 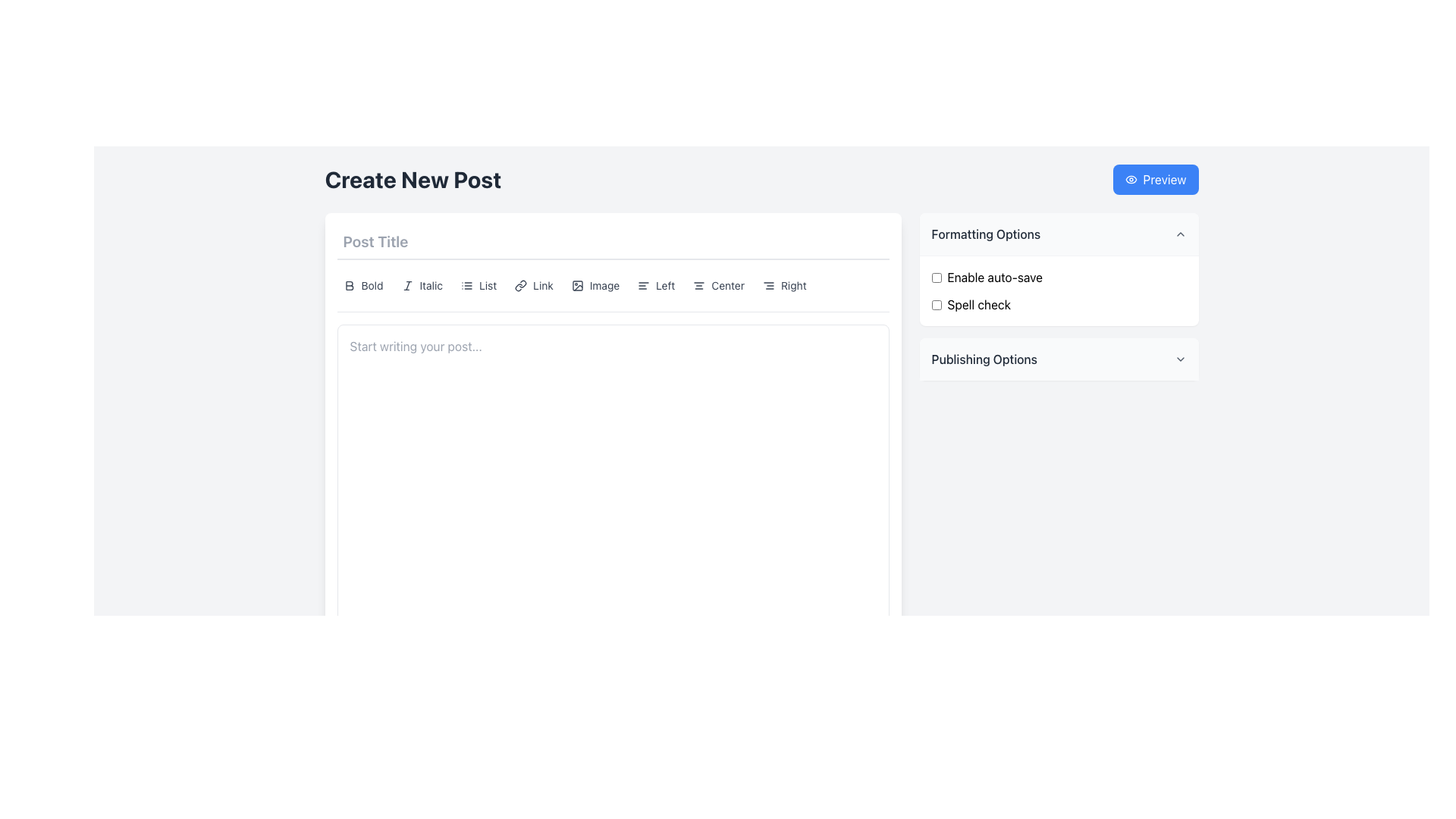 What do you see at coordinates (407, 286) in the screenshot?
I see `the italic formatting button located in the text formatting bar under the 'Post Title' section by` at bounding box center [407, 286].